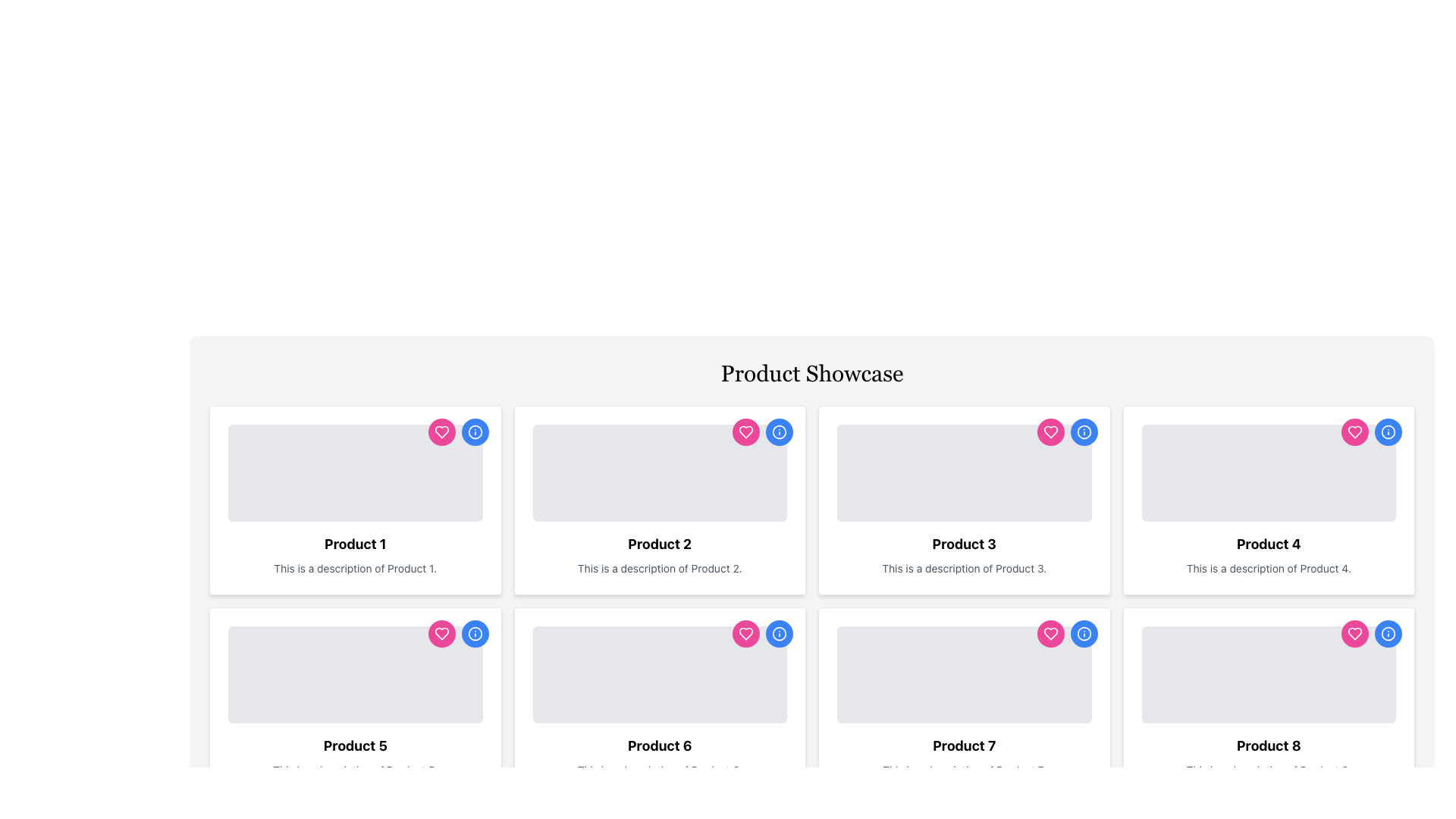 The image size is (1456, 819). What do you see at coordinates (660, 674) in the screenshot?
I see `the gray rectangular image placeholder with rounded corners located at the top of the 'Product 6' card` at bounding box center [660, 674].